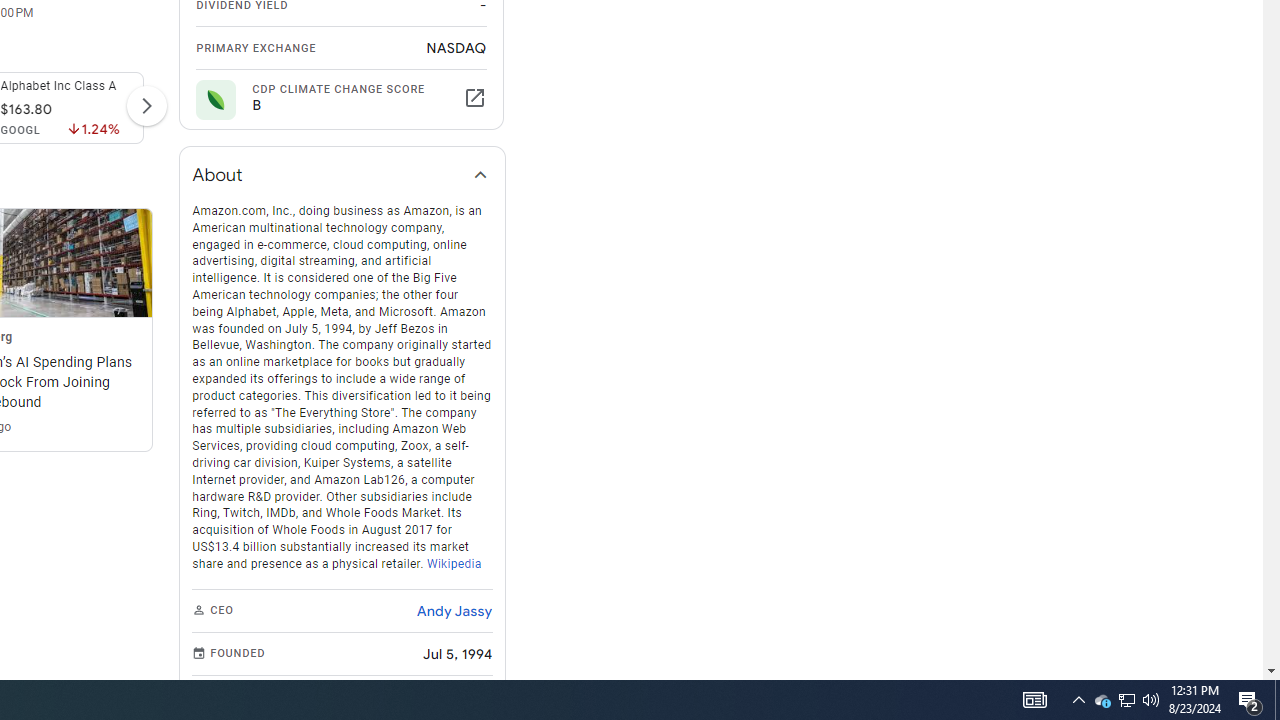 Image resolution: width=1280 pixels, height=720 pixels. I want to click on 'Andy Jassy', so click(453, 609).